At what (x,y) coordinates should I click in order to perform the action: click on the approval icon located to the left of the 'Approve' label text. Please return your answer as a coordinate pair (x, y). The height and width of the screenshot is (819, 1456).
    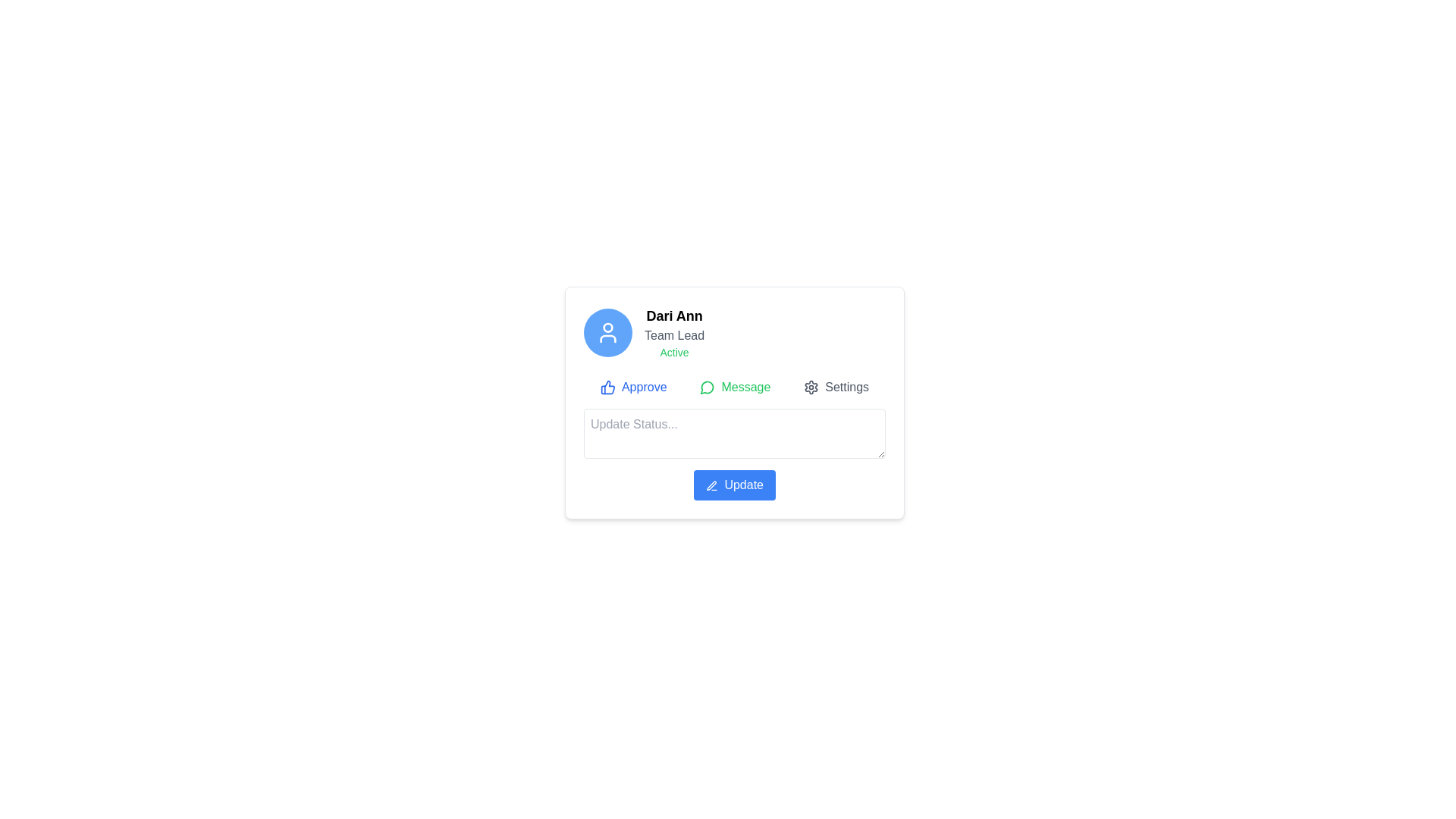
    Looking at the image, I should click on (607, 386).